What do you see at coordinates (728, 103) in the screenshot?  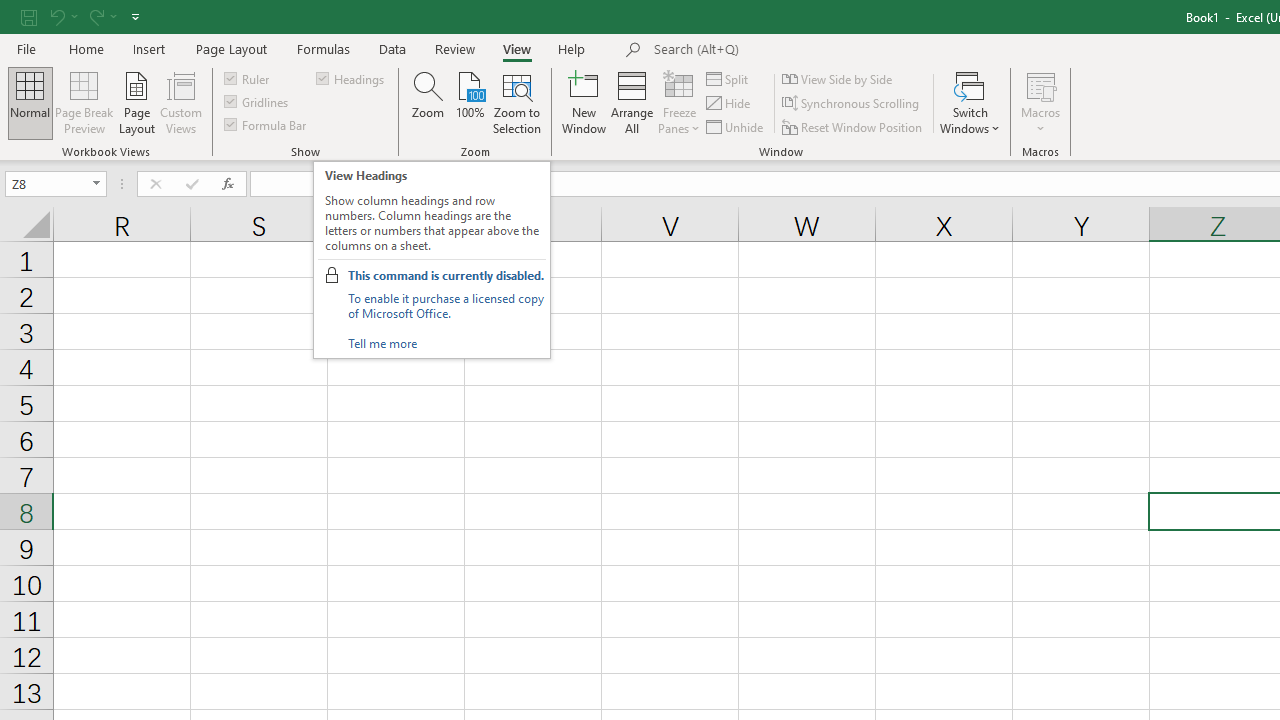 I see `'Hide'` at bounding box center [728, 103].